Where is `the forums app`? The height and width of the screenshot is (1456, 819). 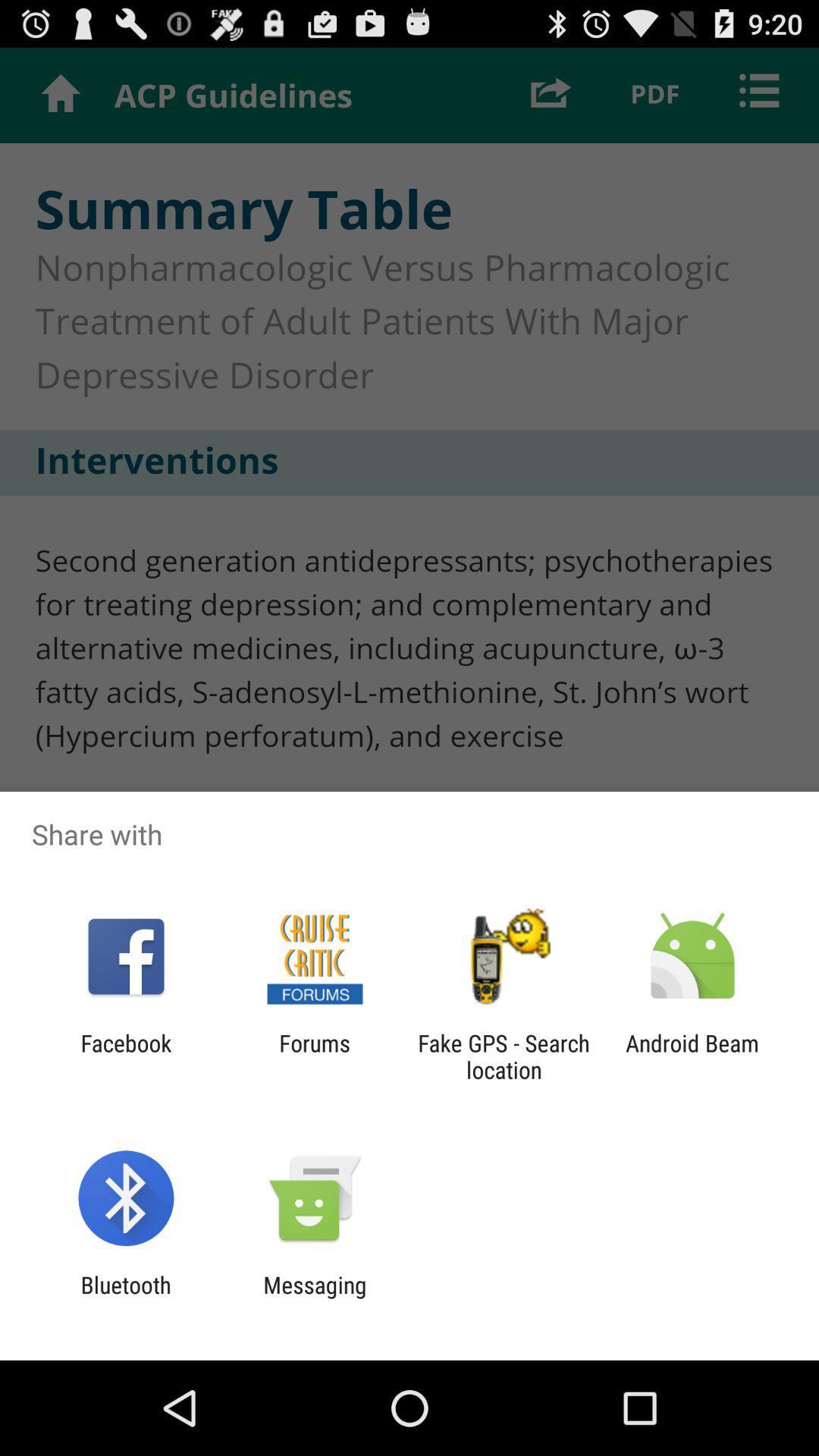 the forums app is located at coordinates (314, 1056).